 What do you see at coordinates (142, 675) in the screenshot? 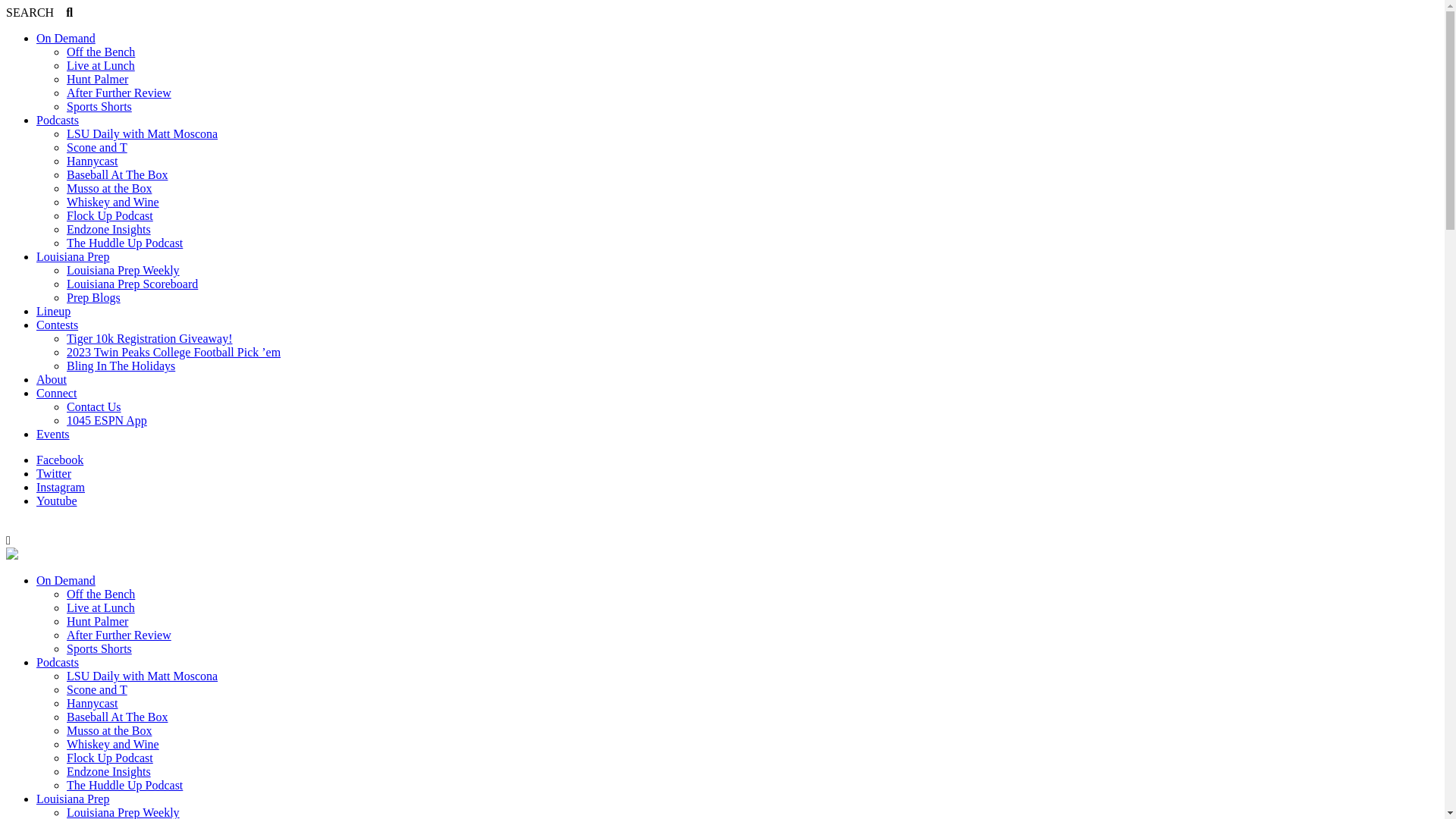
I see `'LSU Daily with Matt Moscona'` at bounding box center [142, 675].